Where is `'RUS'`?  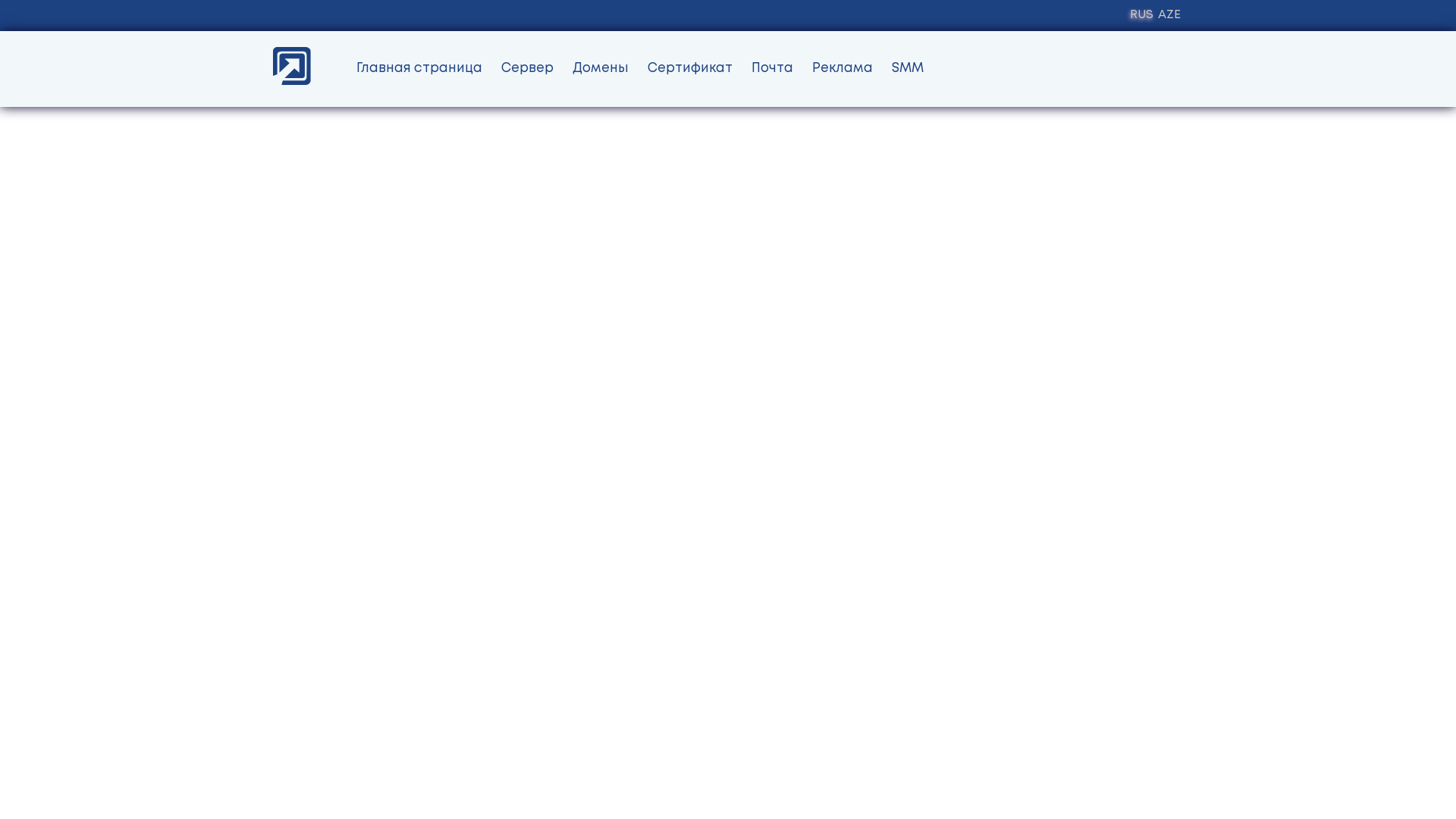 'RUS' is located at coordinates (1128, 14).